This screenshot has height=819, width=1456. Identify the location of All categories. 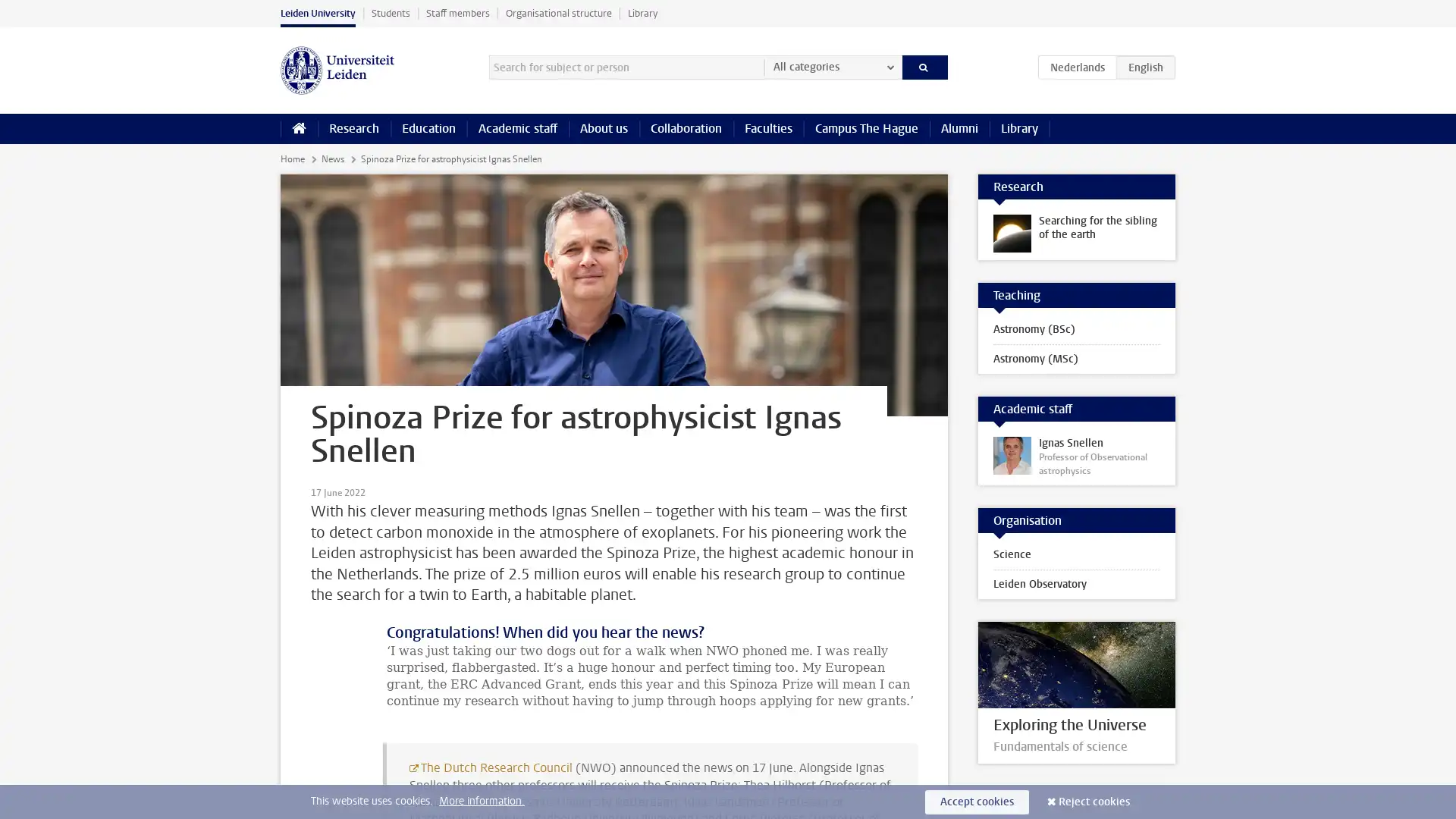
(832, 66).